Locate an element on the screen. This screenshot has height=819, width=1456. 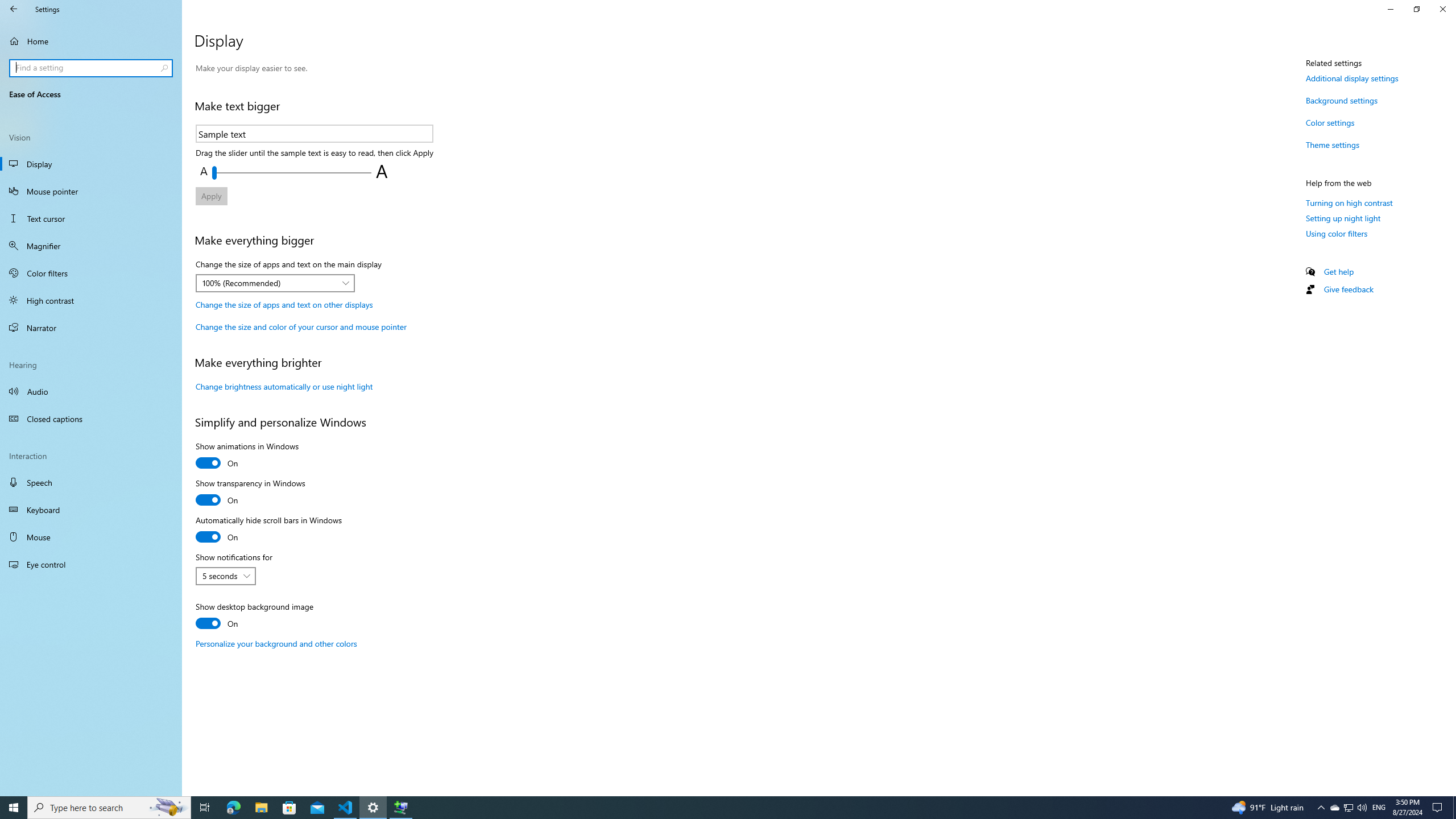
'Background settings' is located at coordinates (1342, 100).